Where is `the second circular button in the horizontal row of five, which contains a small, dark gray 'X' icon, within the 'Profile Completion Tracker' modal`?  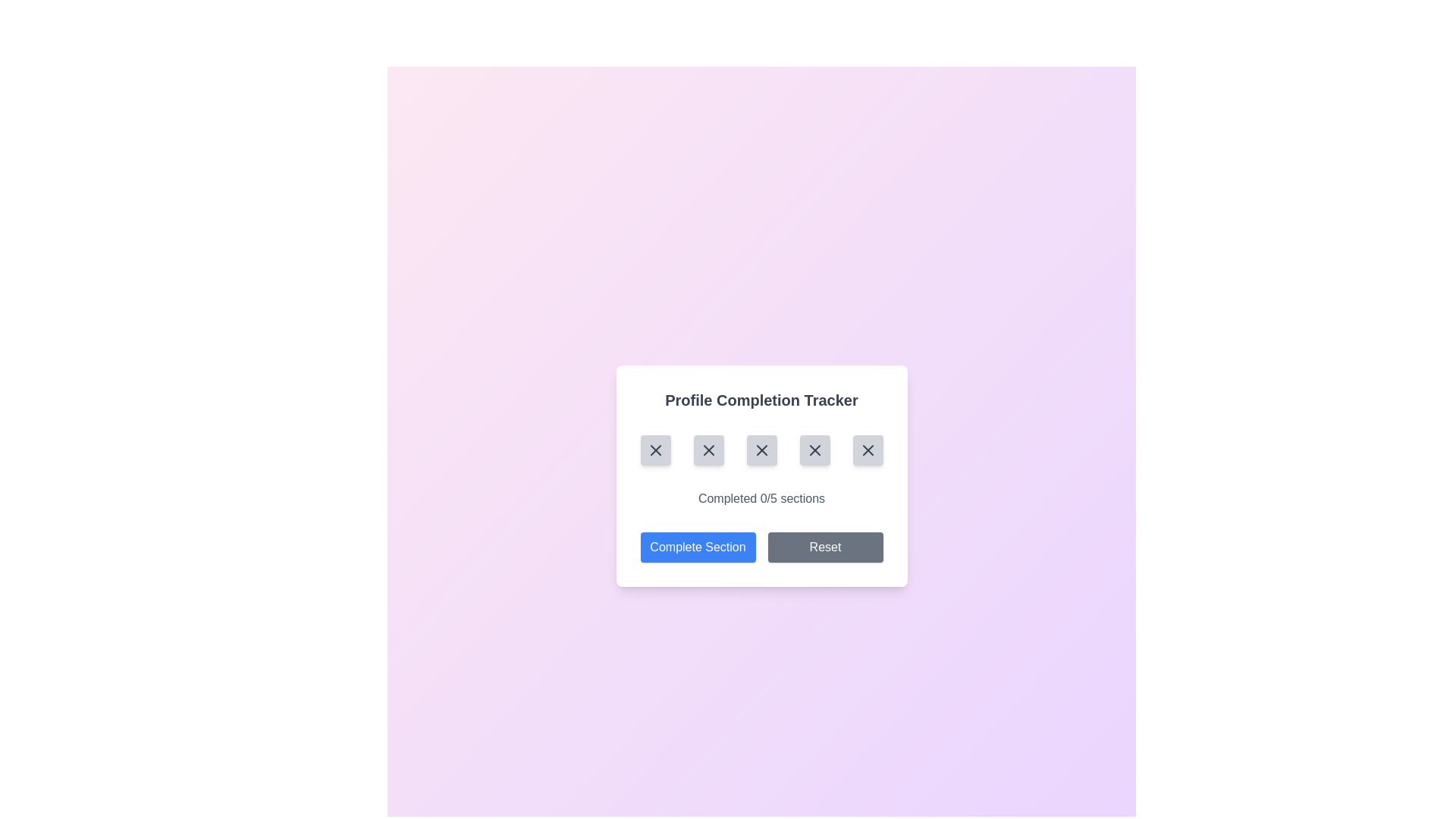
the second circular button in the horizontal row of five, which contains a small, dark gray 'X' icon, within the 'Profile Completion Tracker' modal is located at coordinates (708, 450).